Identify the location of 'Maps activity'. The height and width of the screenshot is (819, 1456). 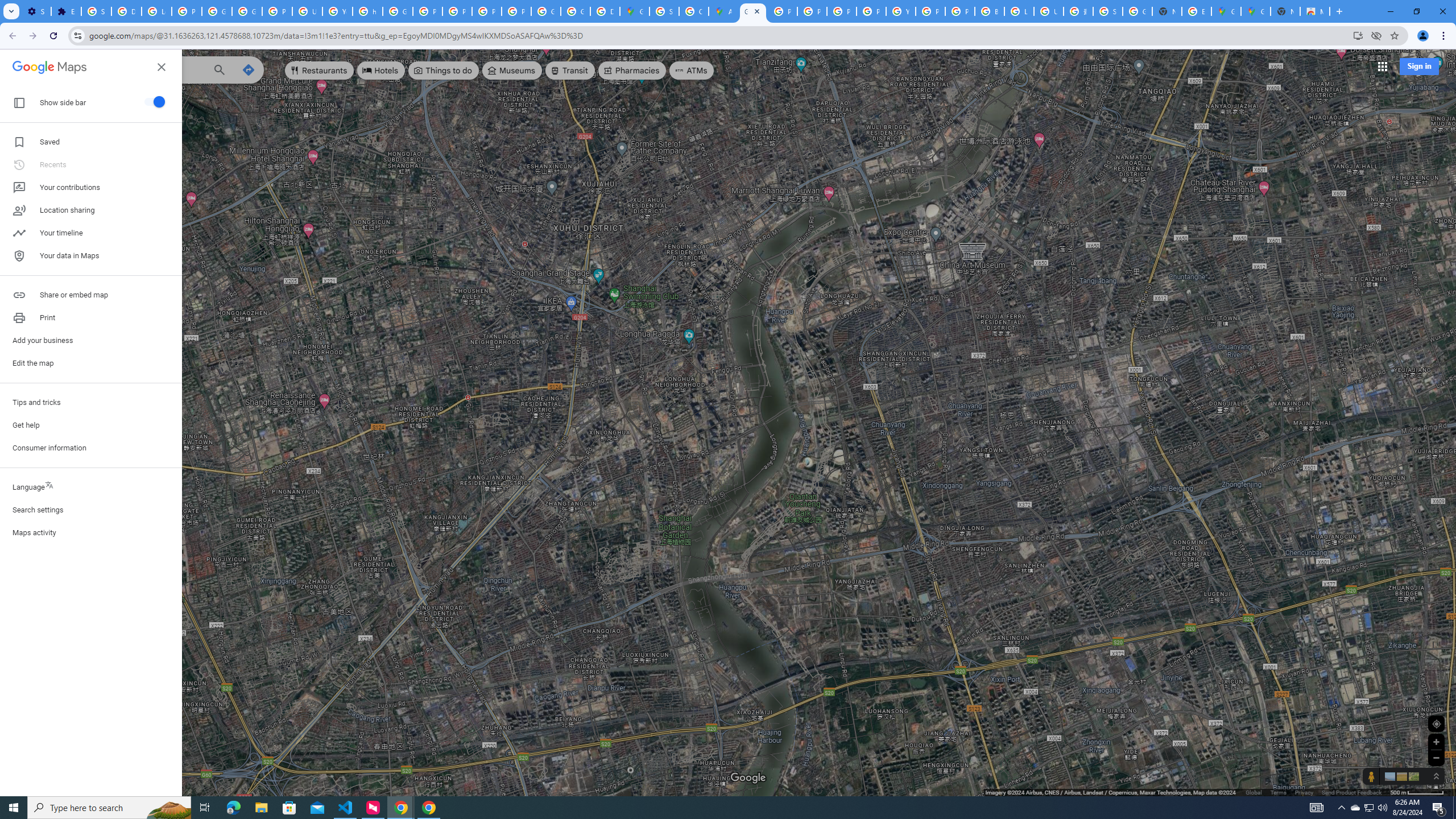
(90, 532).